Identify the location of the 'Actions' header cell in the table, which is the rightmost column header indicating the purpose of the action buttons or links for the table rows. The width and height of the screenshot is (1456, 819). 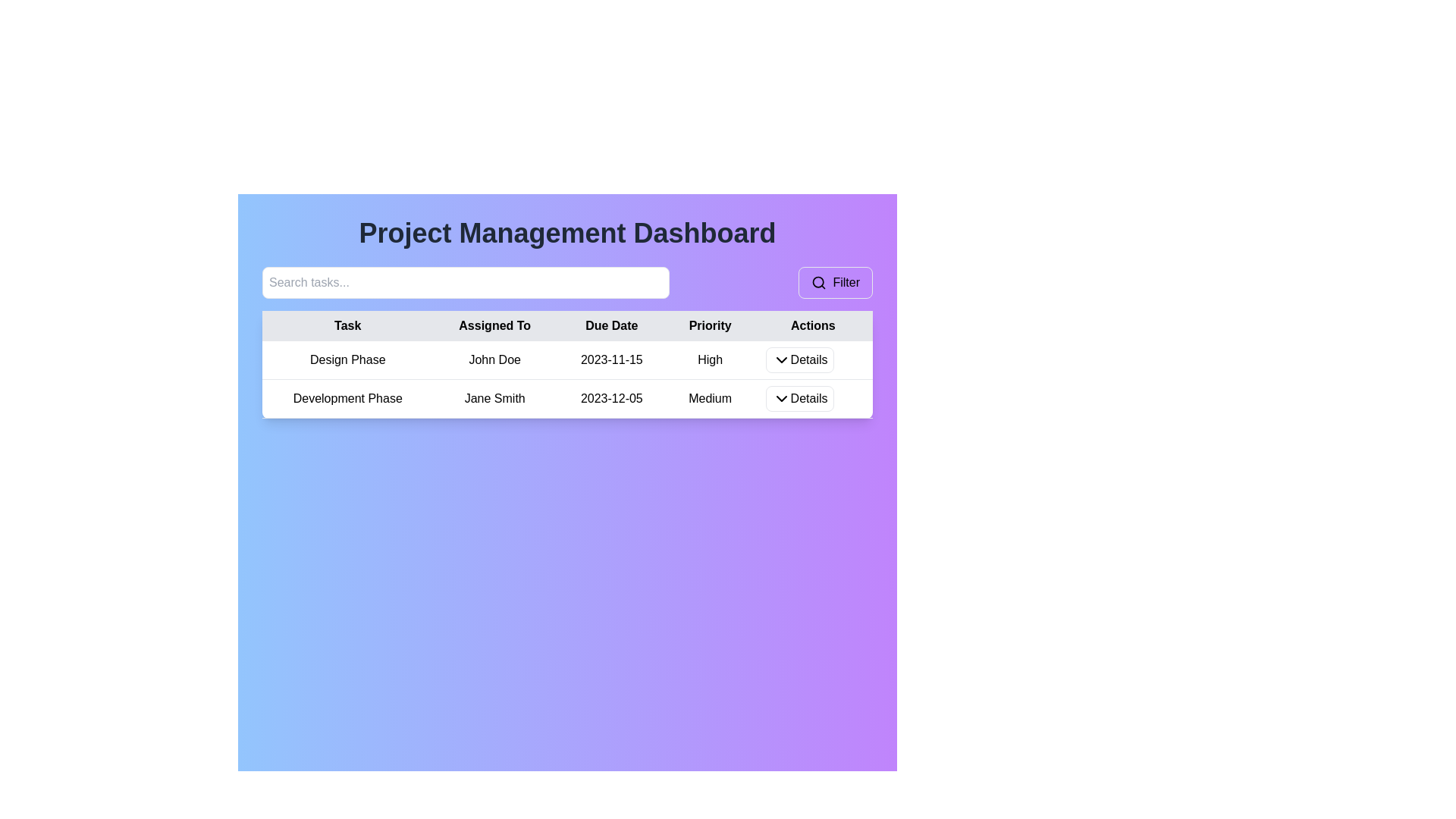
(812, 325).